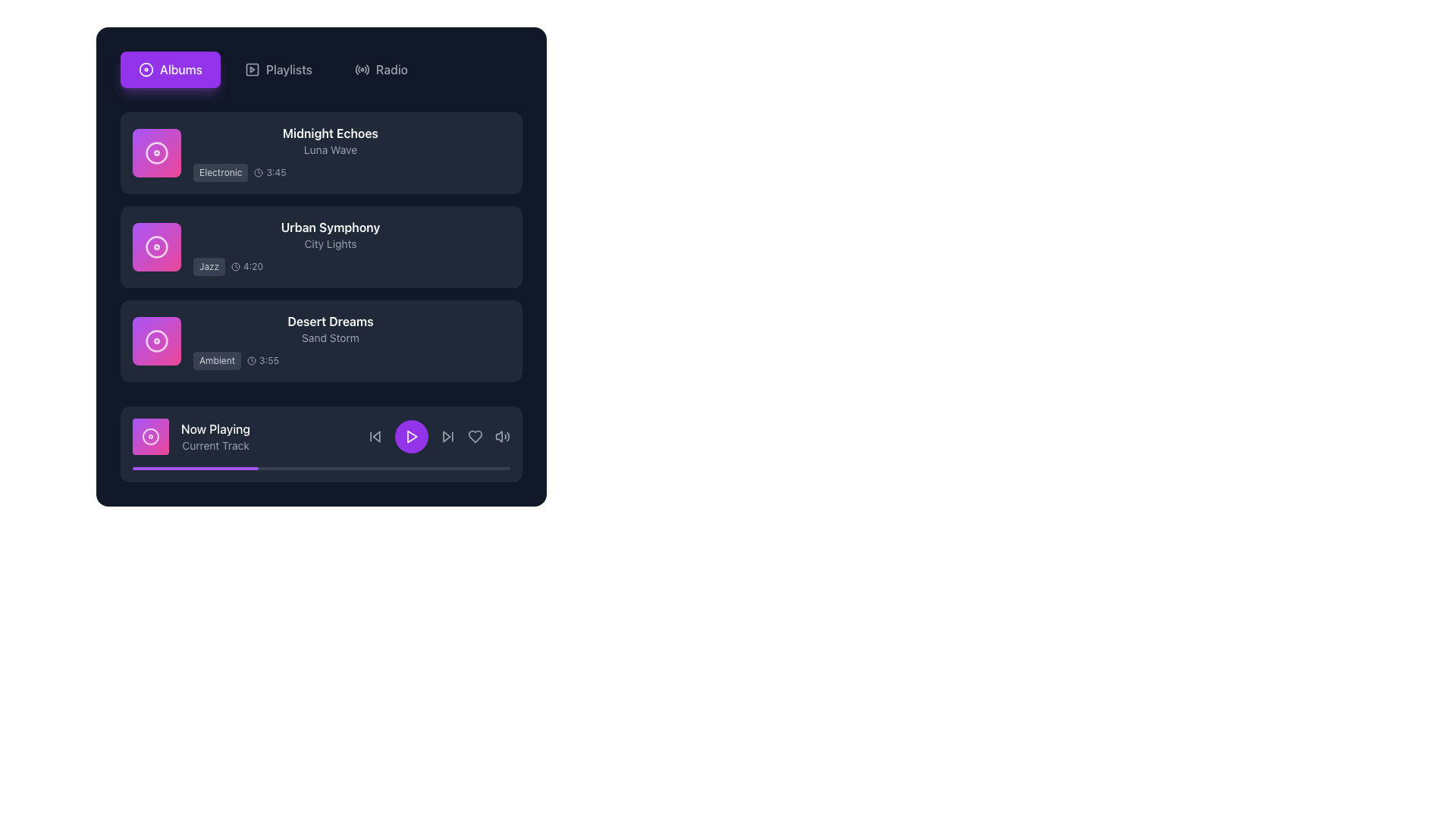 The image size is (1456, 819). Describe the element at coordinates (263, 360) in the screenshot. I see `text label '3:55' which is styled with a small font size and gray color, located next to a small clock icon in the track information for 'Desert Dreams'` at that location.